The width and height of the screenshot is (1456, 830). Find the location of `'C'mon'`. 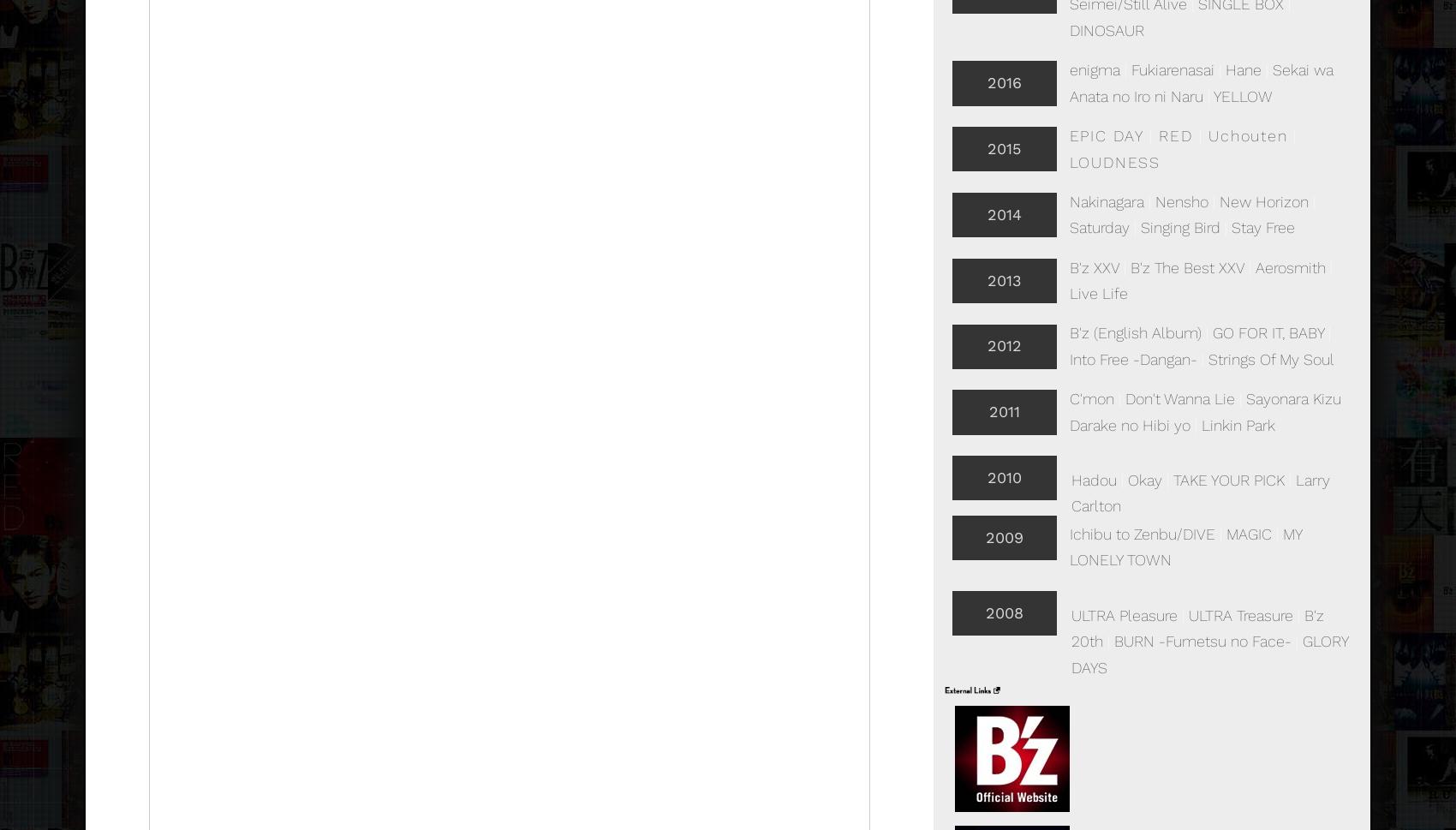

'C'mon' is located at coordinates (1089, 398).